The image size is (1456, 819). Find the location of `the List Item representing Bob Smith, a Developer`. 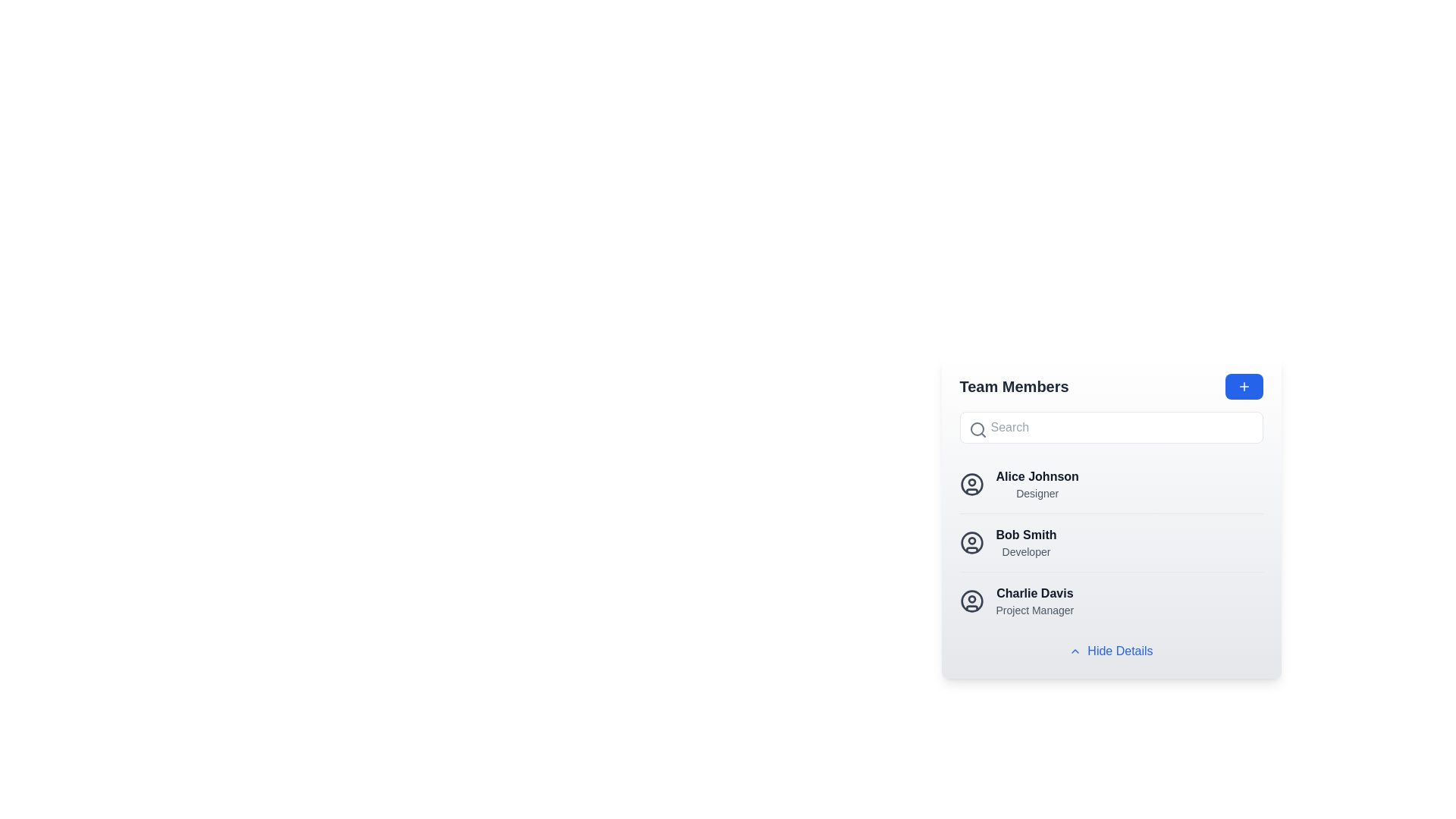

the List Item representing Bob Smith, a Developer is located at coordinates (1111, 542).